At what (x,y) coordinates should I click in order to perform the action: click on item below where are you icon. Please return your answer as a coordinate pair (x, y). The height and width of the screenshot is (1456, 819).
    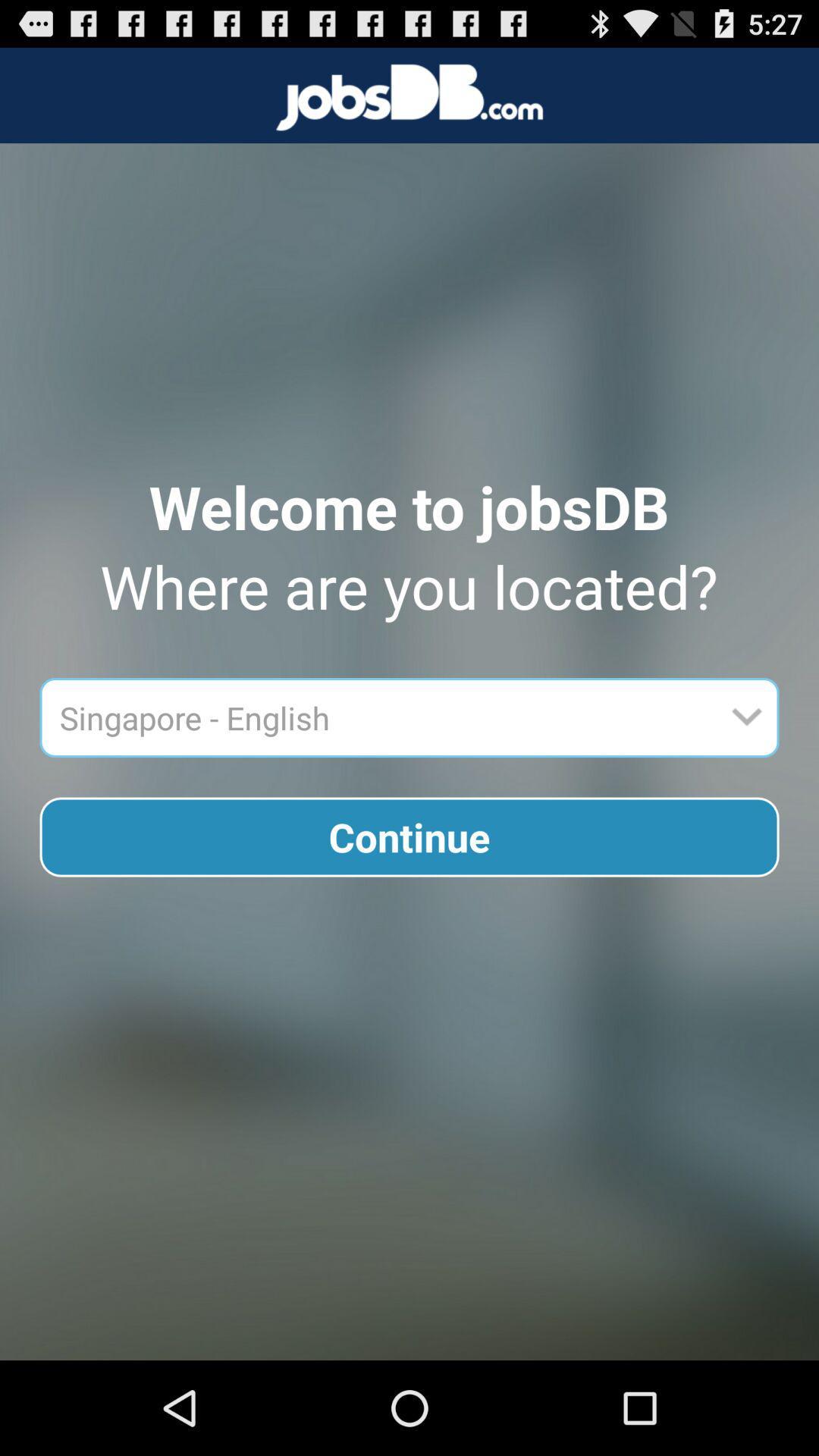
    Looking at the image, I should click on (382, 717).